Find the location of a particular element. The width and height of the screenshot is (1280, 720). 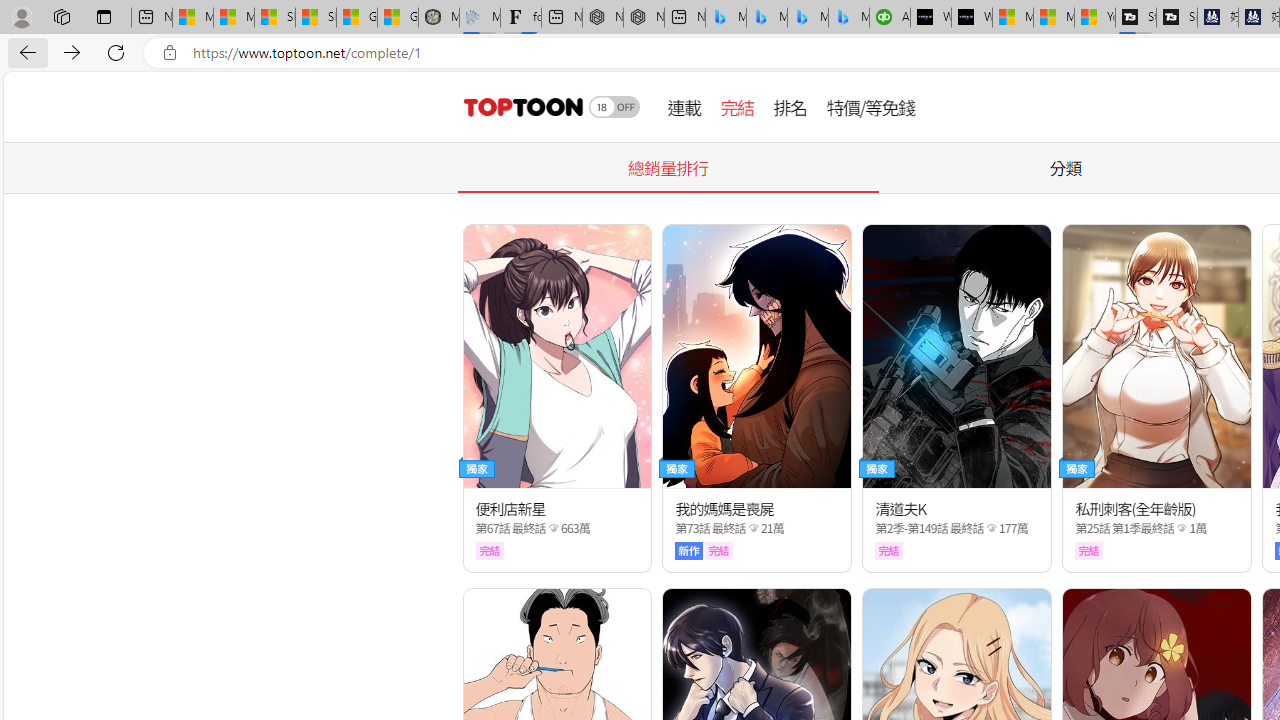

'Class:  switch_18mode actionAdultBtn' is located at coordinates (614, 106).